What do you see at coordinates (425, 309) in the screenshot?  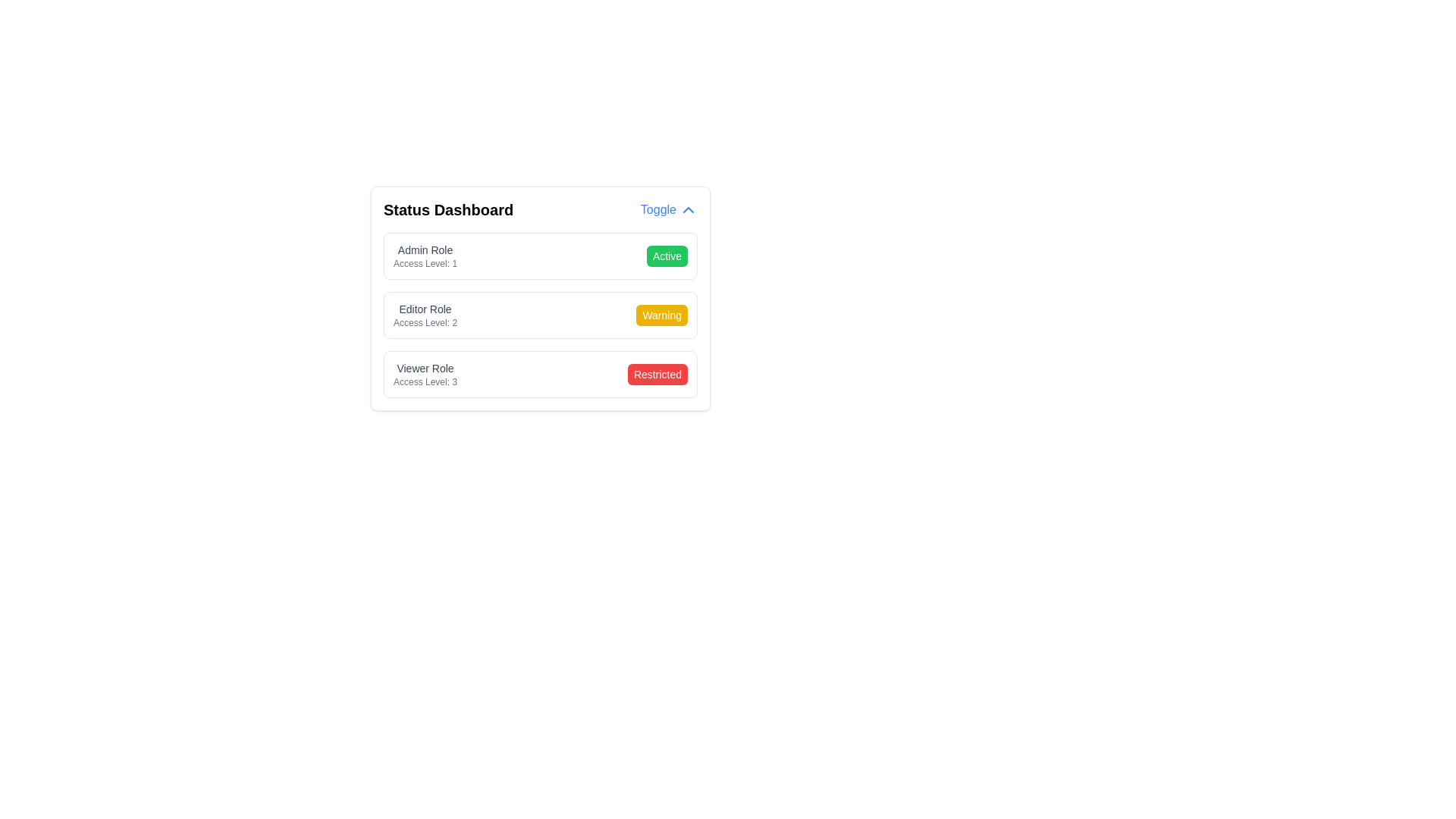 I see `the text label displaying 'Editor Role', which is styled in a smaller font size and medium weight, and is colored in subtle gray, located in the dashboard panel above 'Access Level: 2'` at bounding box center [425, 309].